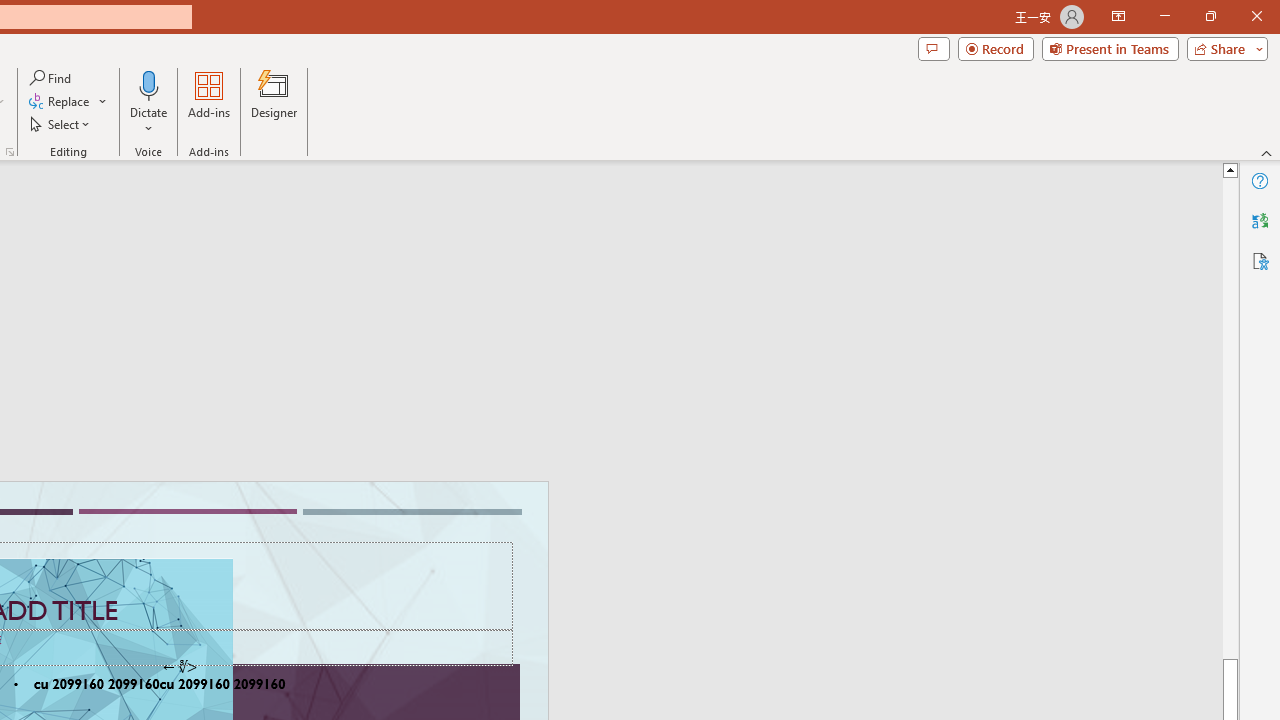 The image size is (1280, 720). What do you see at coordinates (1229, 417) in the screenshot?
I see `'Page up'` at bounding box center [1229, 417].